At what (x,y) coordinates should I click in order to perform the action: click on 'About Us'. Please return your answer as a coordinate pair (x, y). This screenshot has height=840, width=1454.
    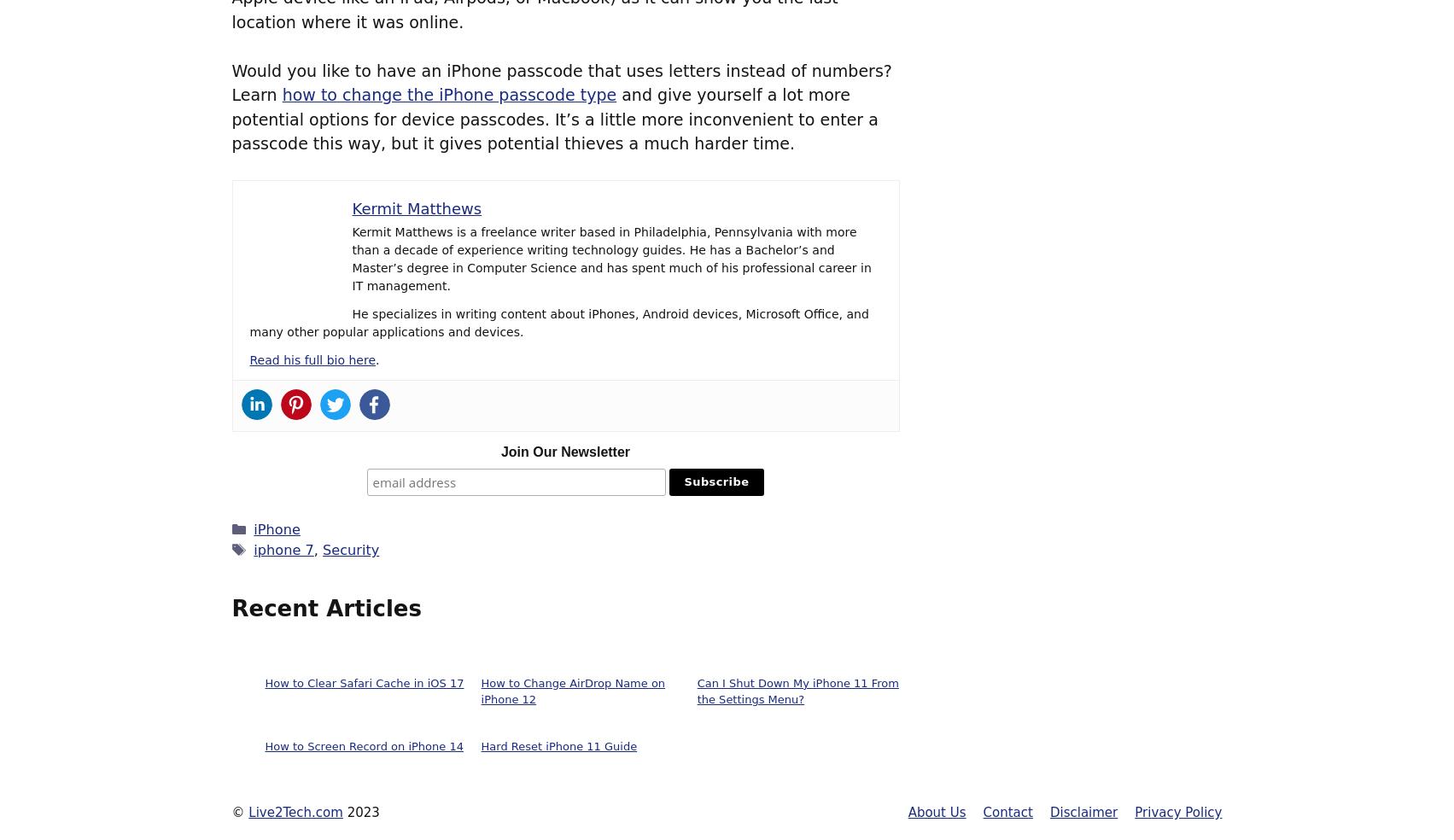
    Looking at the image, I should click on (937, 813).